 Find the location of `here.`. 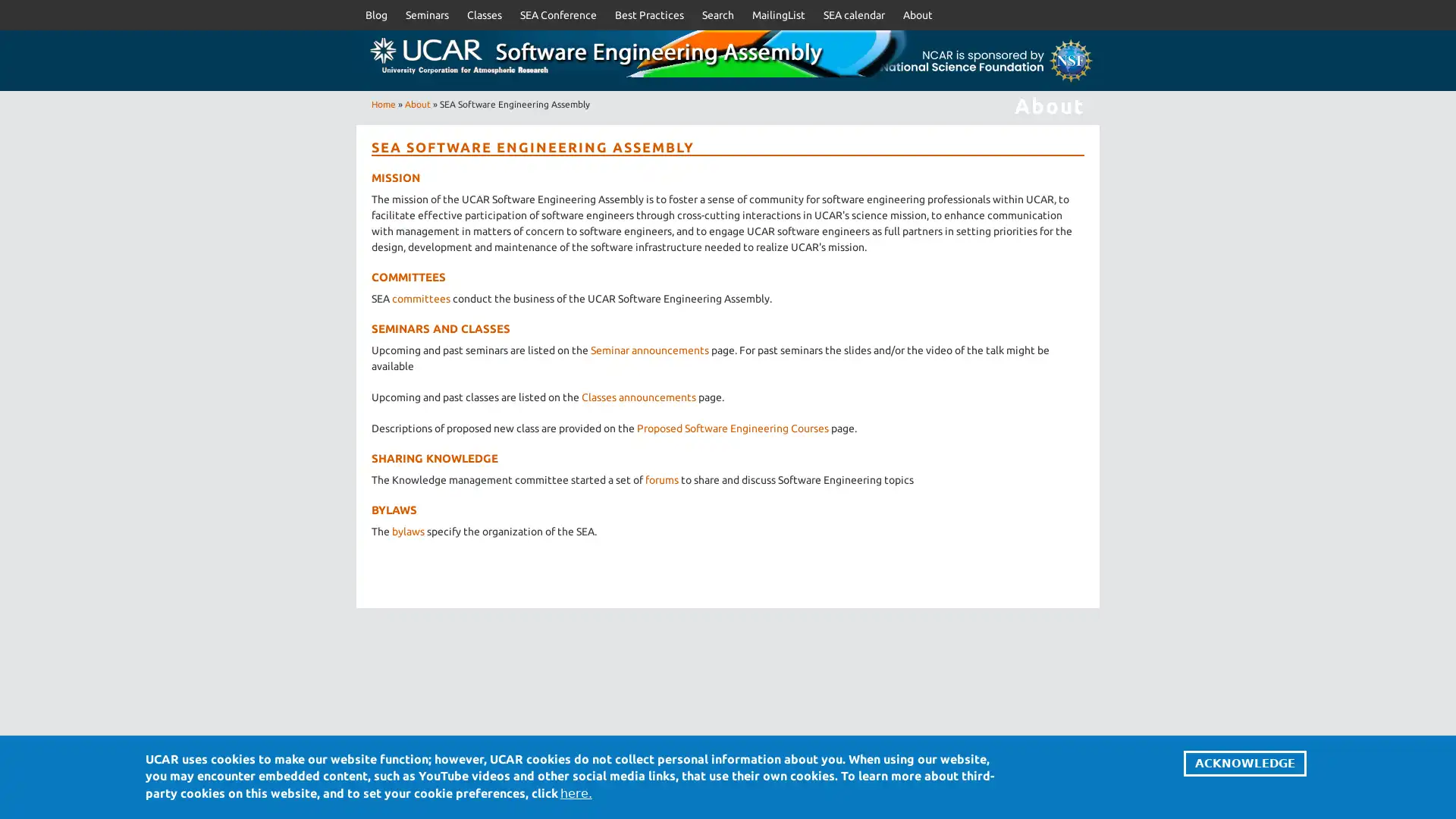

here. is located at coordinates (575, 792).